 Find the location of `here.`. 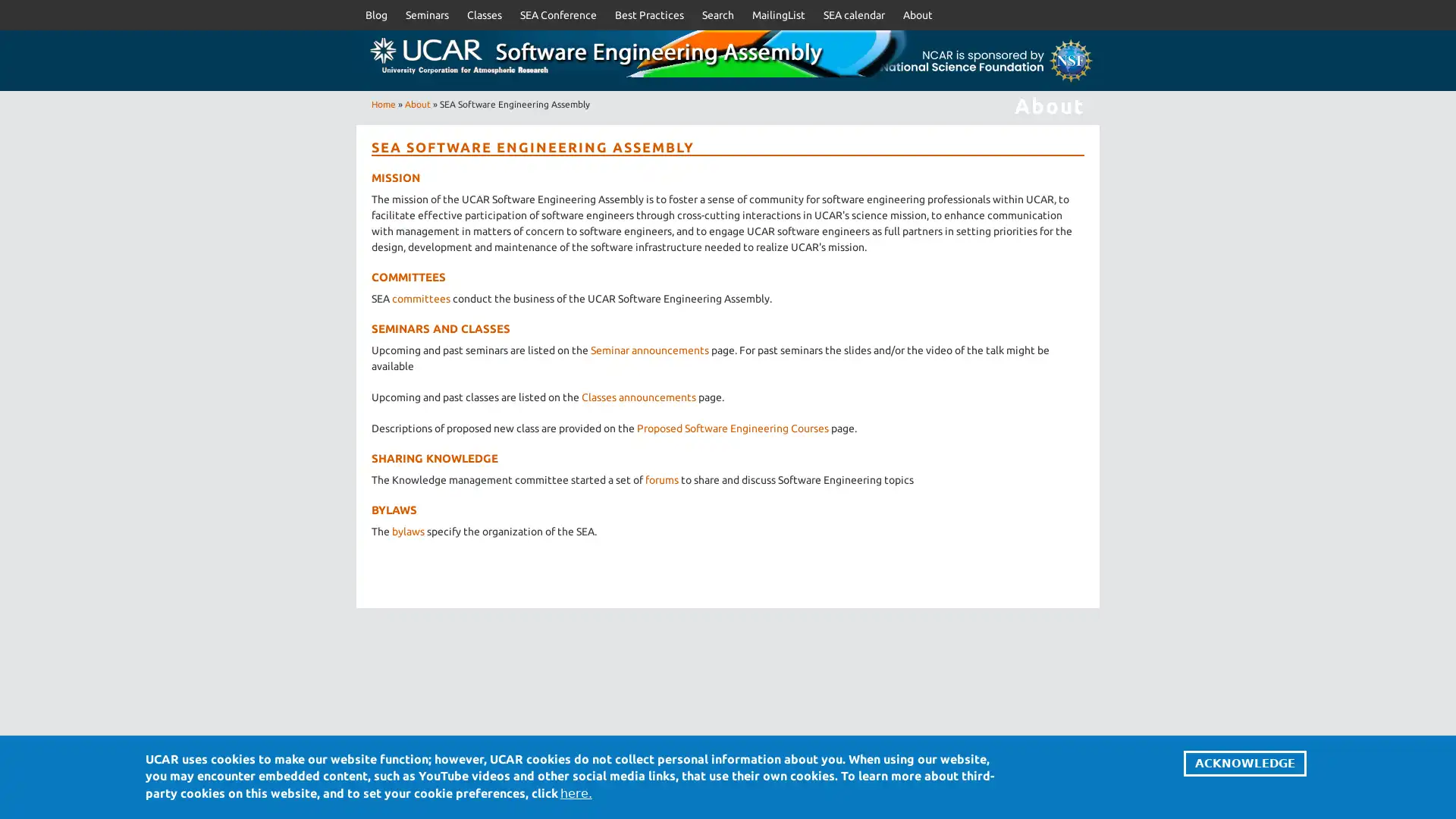

here. is located at coordinates (575, 792).